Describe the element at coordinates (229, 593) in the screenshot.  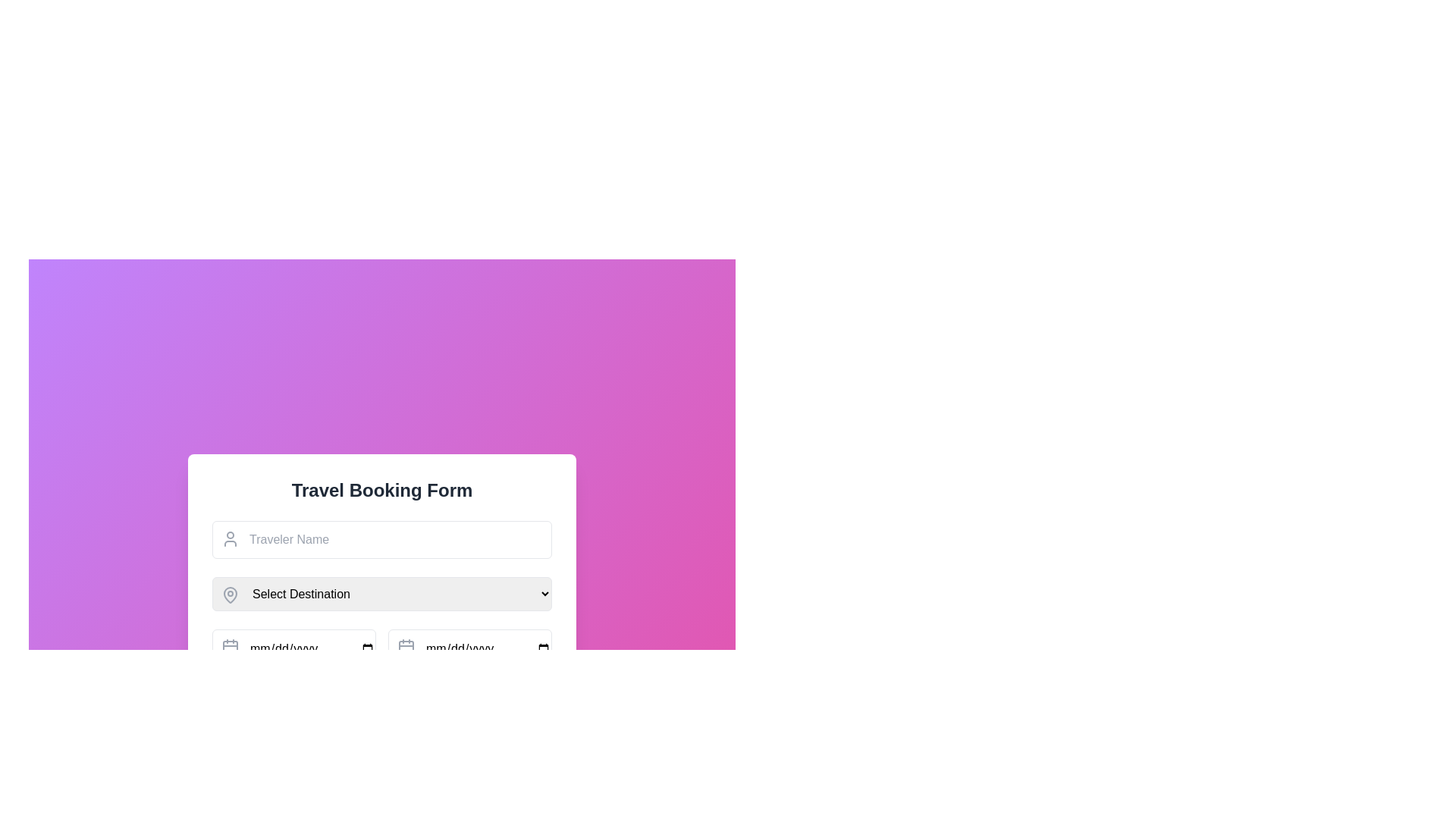
I see `the Decorative icon positioned inside the 'Select Destination' dropdown field, located to the left of the text label` at that location.